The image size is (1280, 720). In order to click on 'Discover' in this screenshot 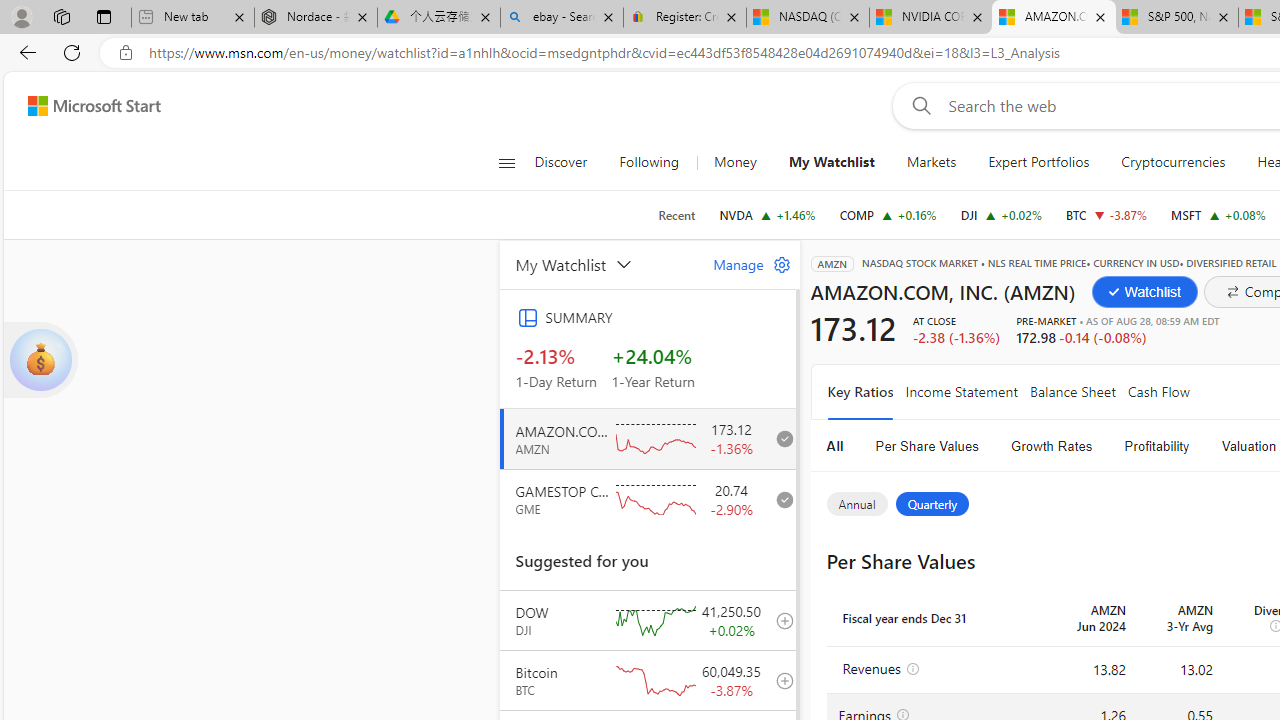, I will do `click(567, 162)`.